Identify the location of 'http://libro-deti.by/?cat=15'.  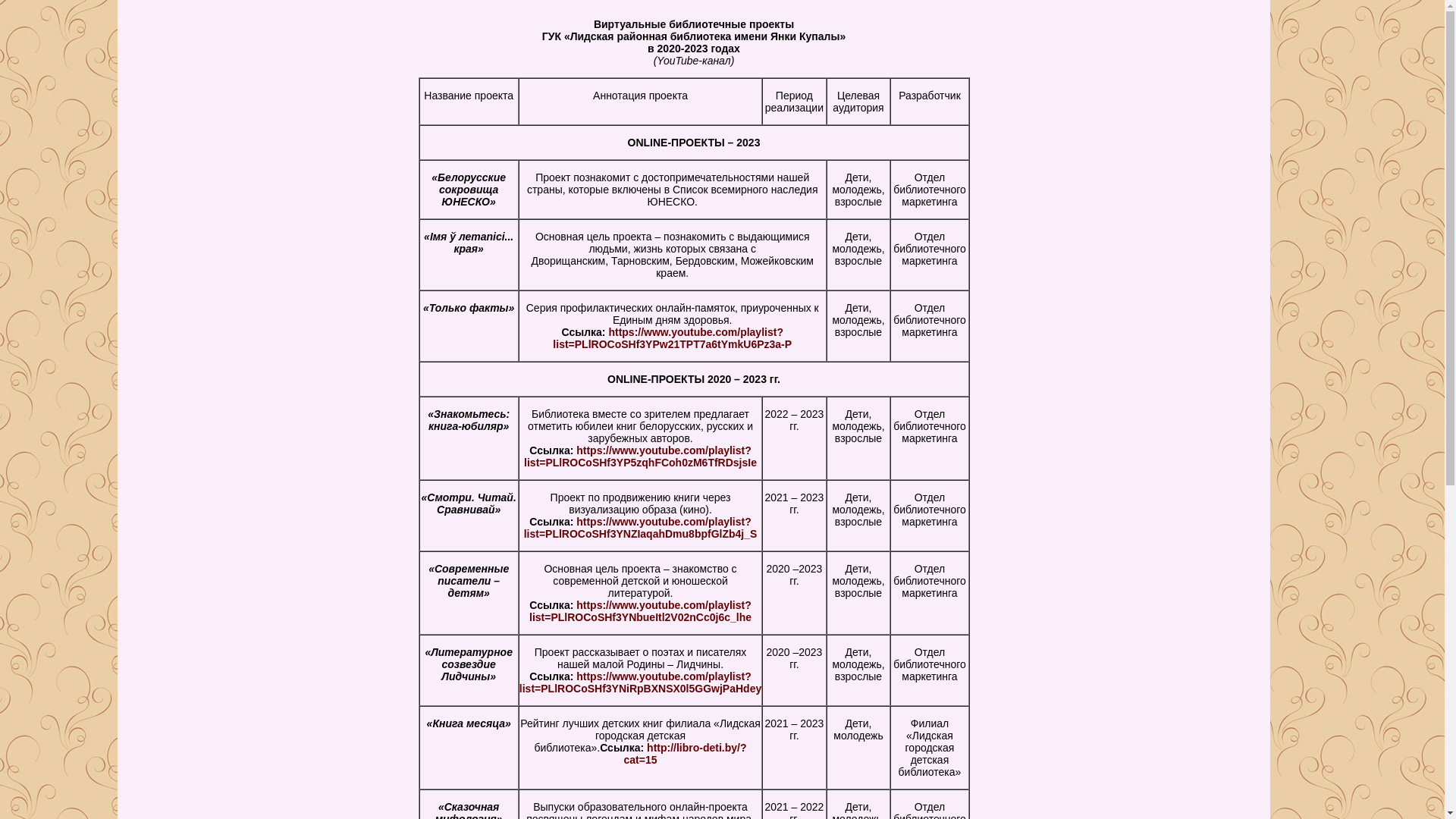
(684, 754).